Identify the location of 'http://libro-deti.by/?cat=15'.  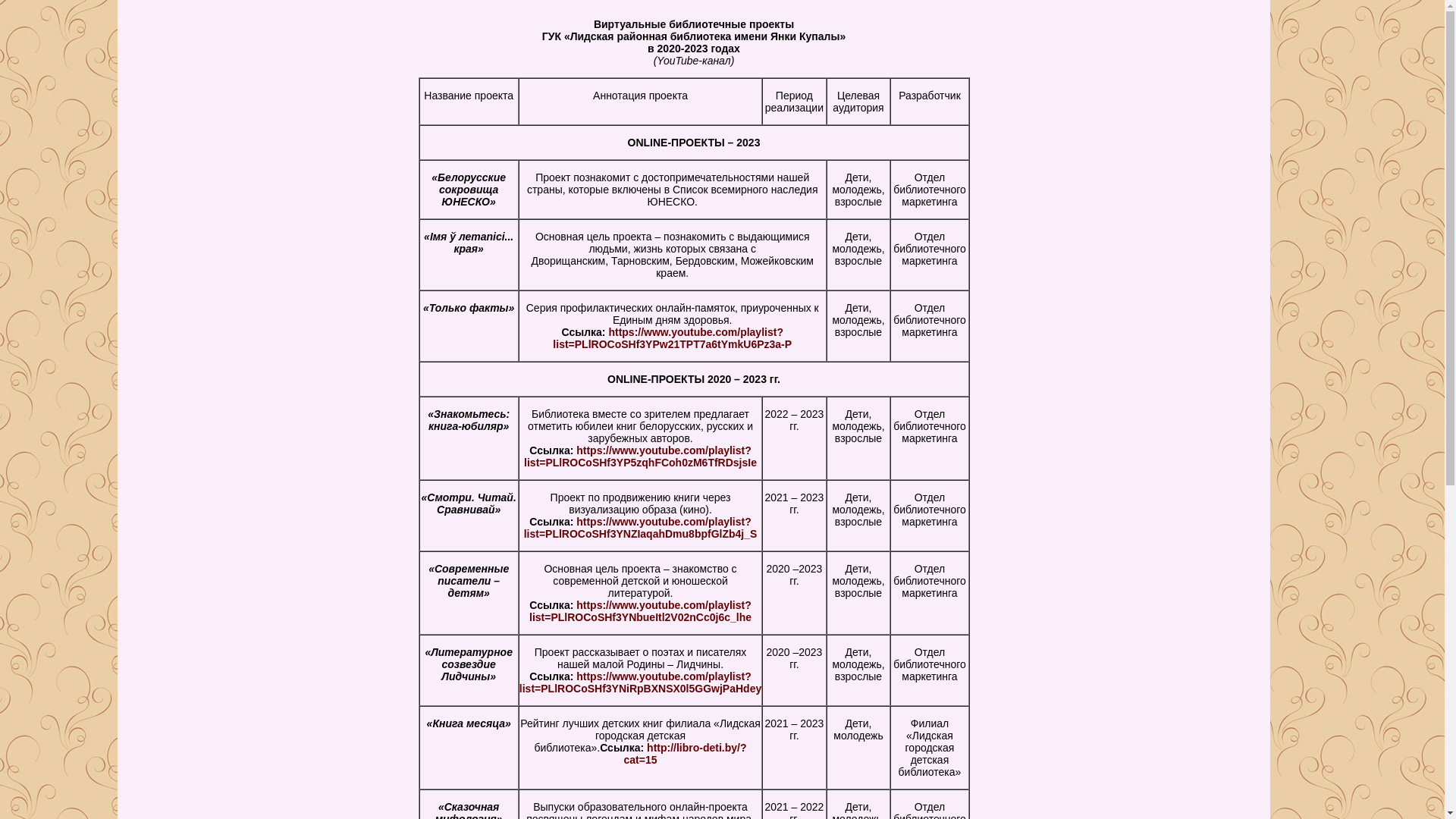
(684, 754).